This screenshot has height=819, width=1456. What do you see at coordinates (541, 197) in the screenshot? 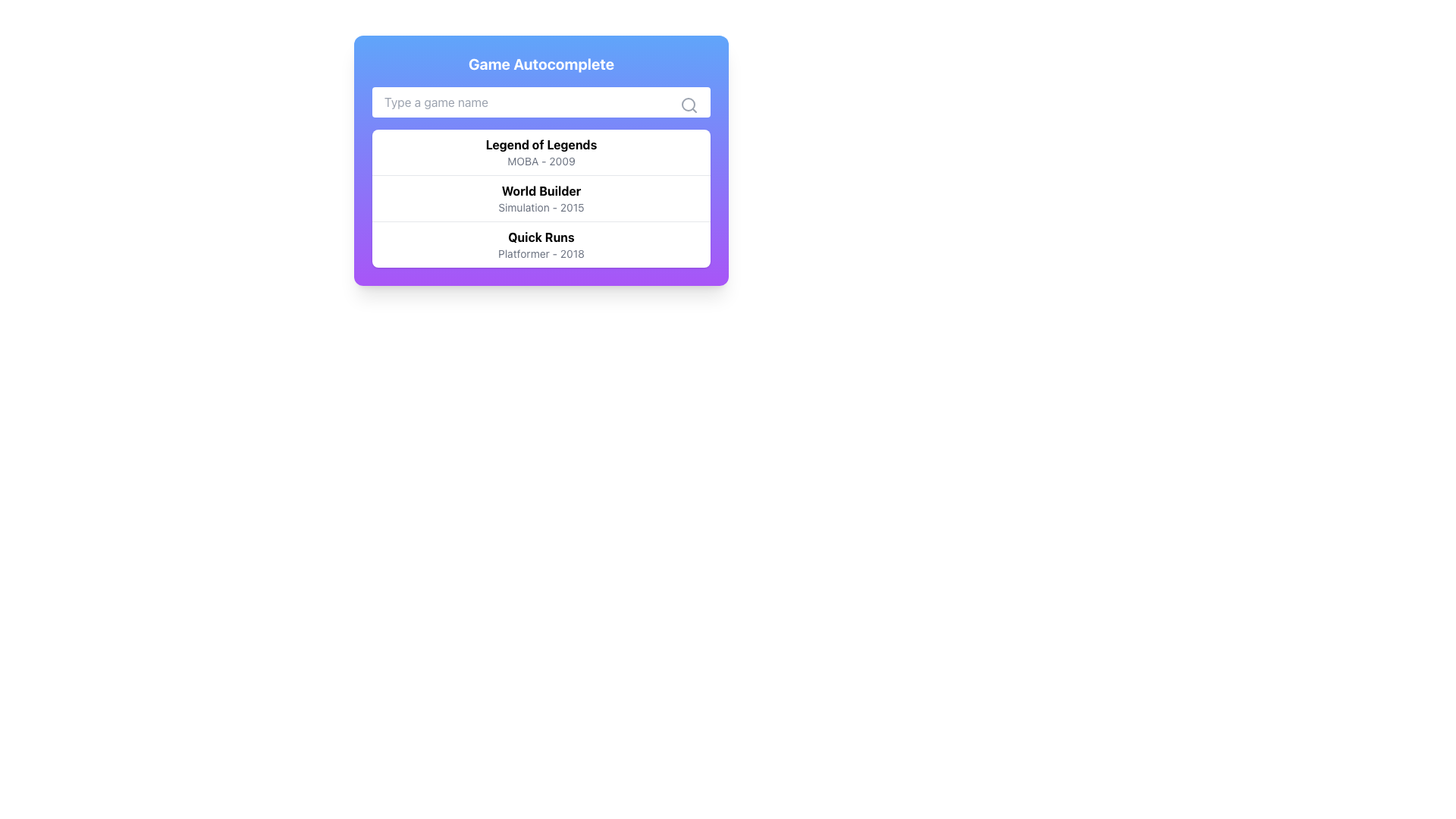
I see `the selectable list entry for the game titled 'World Builder' in the dropdown menu` at bounding box center [541, 197].